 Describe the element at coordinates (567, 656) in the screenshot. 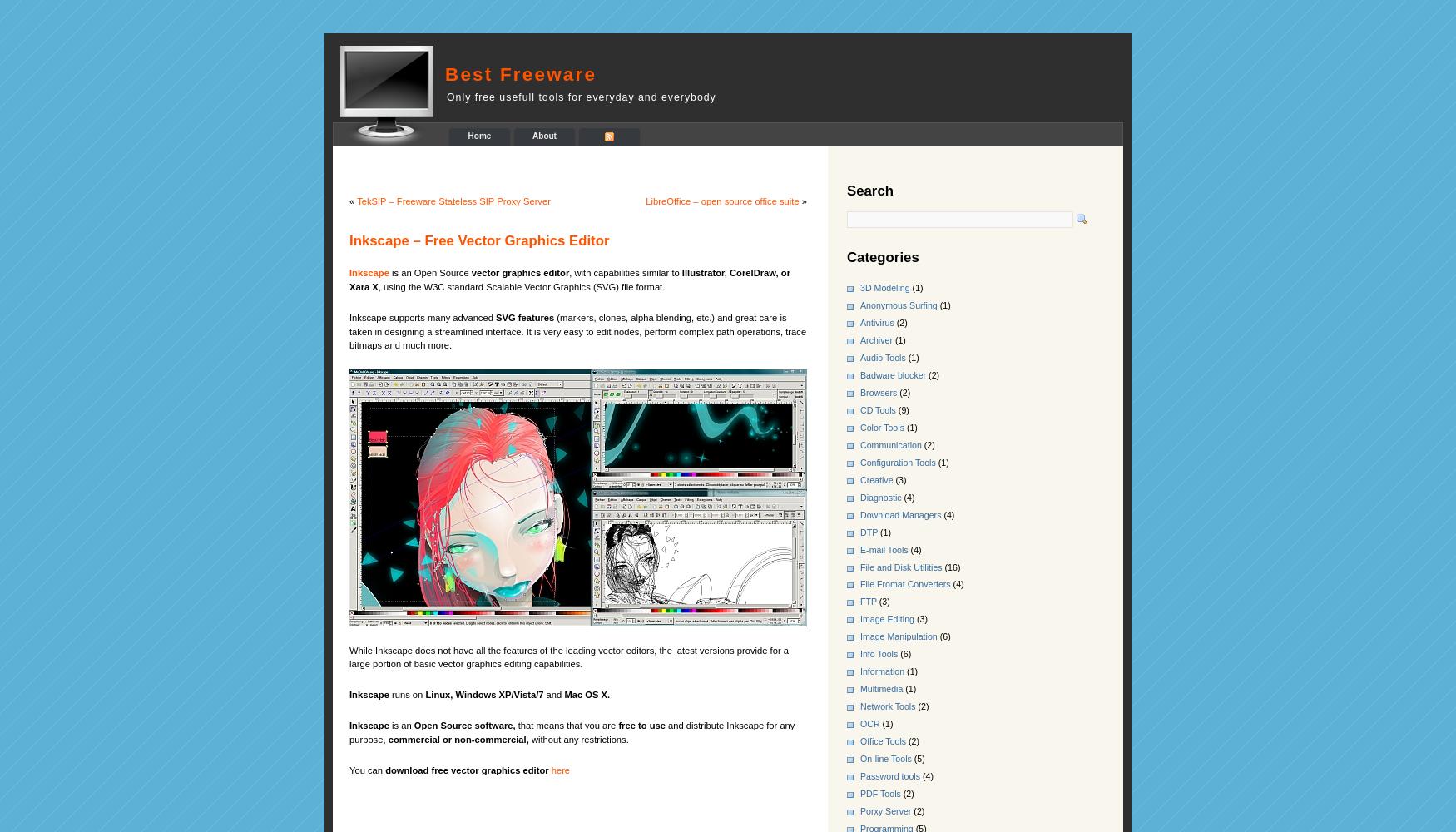

I see `'While Inkscape does not have all the features of the leading vector editors, the latest versions provide for a large portion of basic vector graphics editing capabilities.'` at that location.